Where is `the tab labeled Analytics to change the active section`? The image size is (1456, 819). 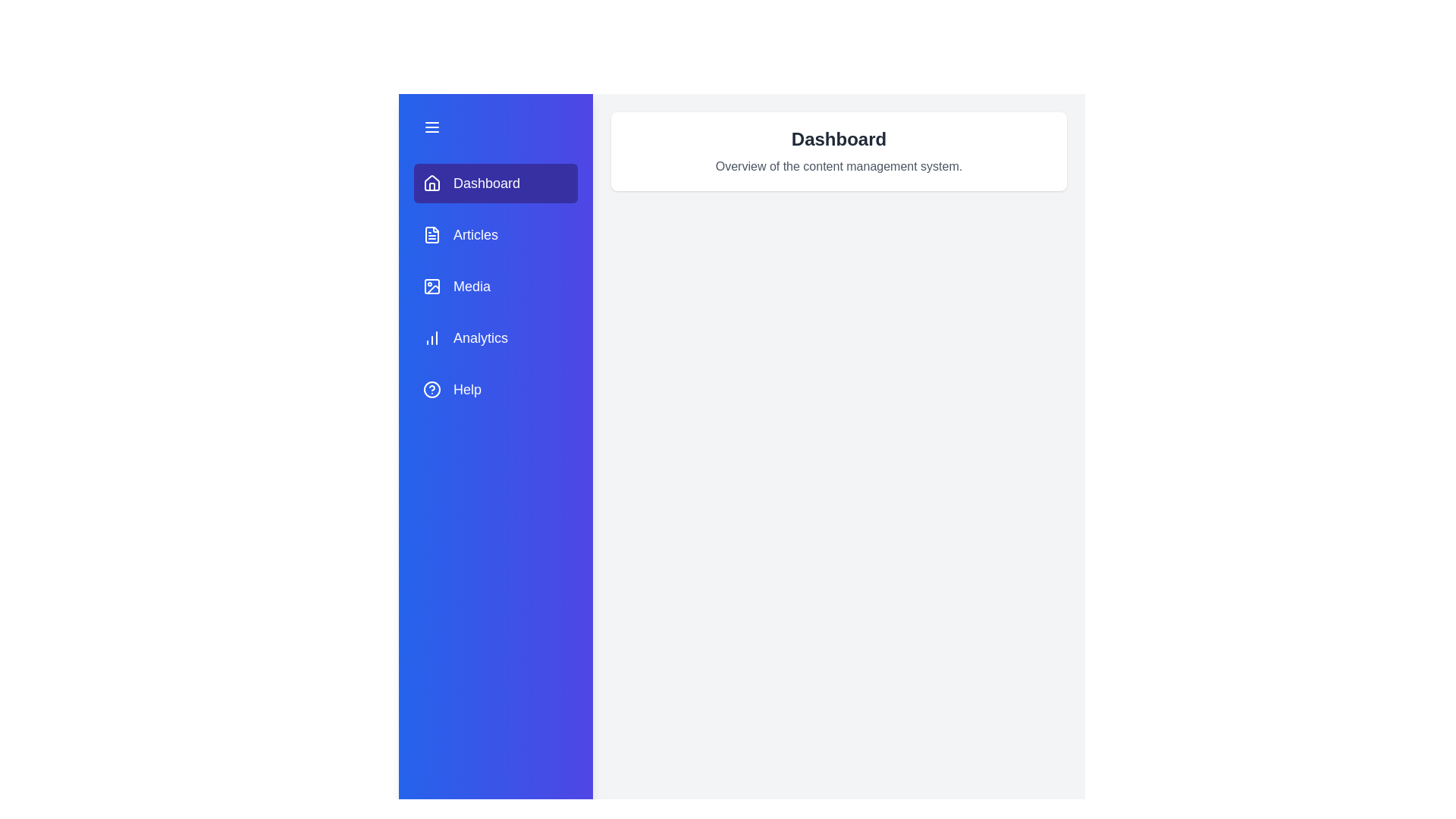 the tab labeled Analytics to change the active section is located at coordinates (495, 337).